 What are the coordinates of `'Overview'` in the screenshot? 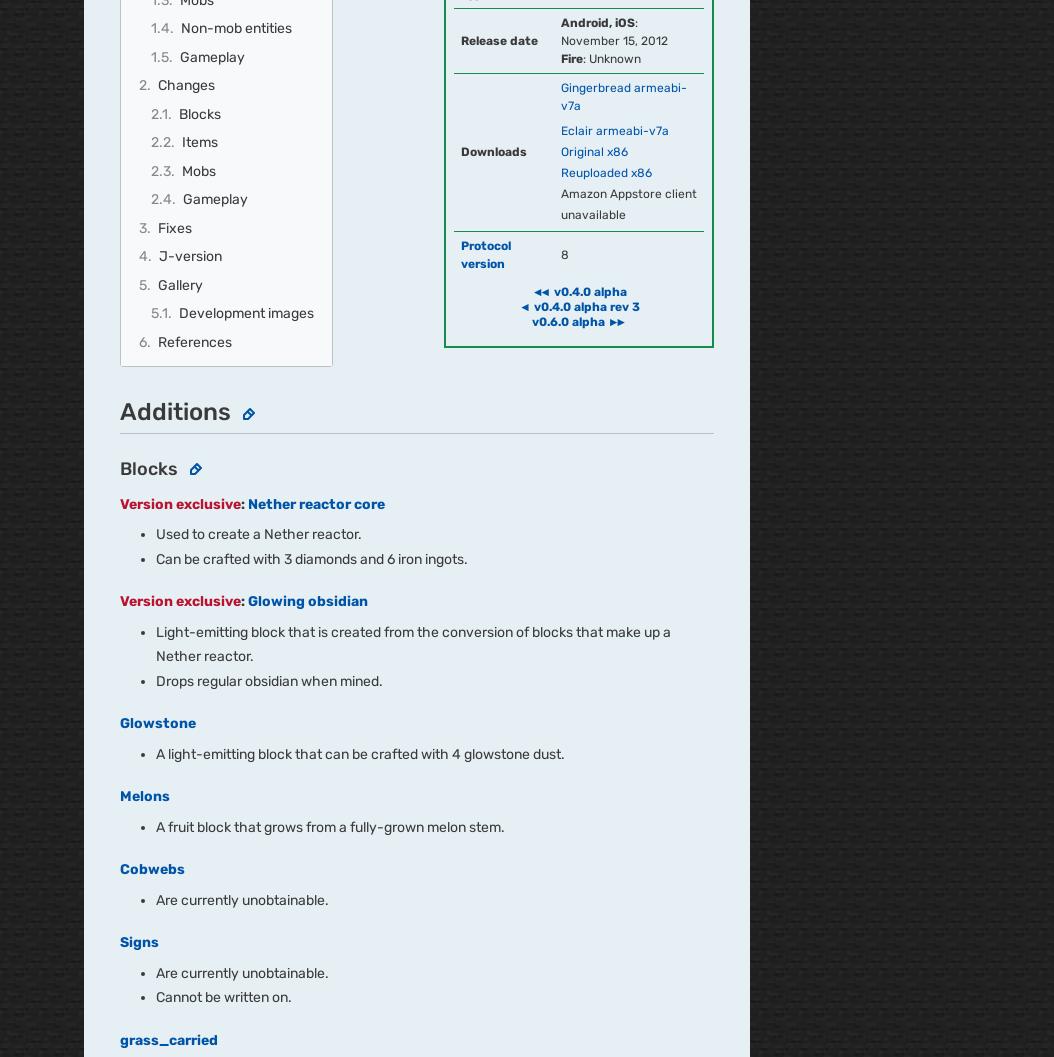 It's located at (115, 501).